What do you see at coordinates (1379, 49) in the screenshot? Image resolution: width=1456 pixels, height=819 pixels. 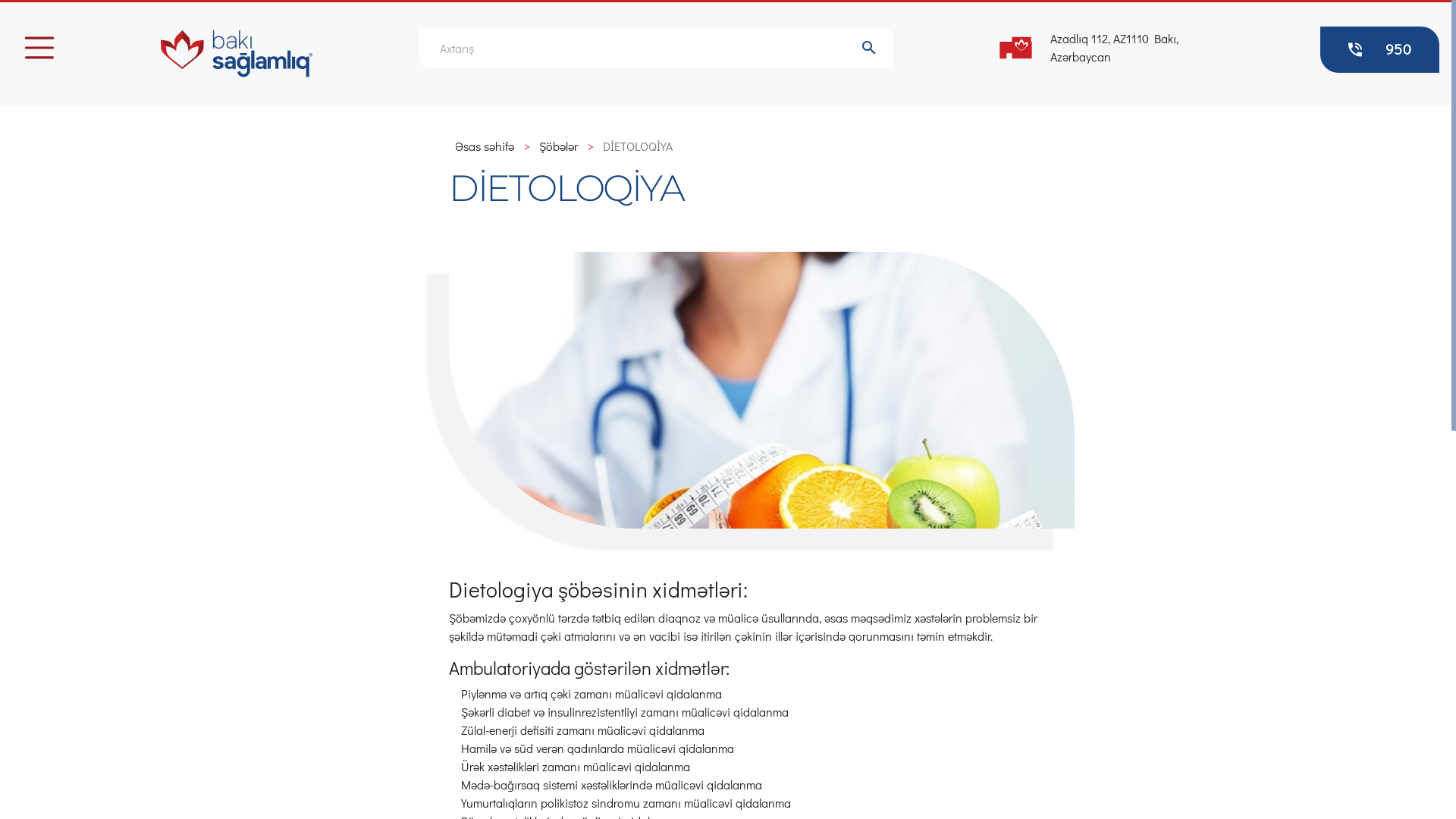 I see `'950'` at bounding box center [1379, 49].